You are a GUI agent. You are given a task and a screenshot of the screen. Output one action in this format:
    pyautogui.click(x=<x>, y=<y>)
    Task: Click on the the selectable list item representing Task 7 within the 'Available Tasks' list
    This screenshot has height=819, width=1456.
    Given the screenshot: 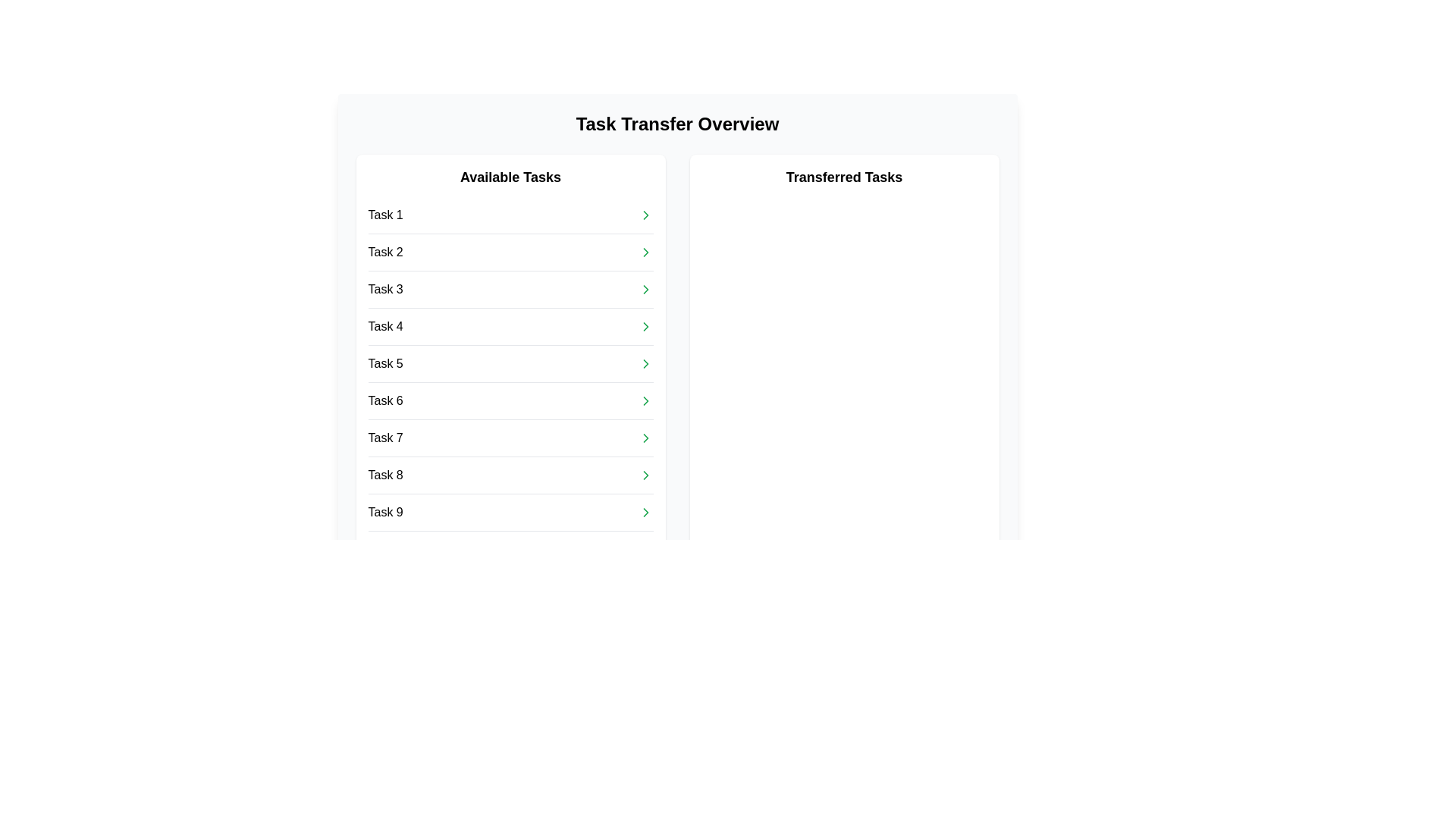 What is the action you would take?
    pyautogui.click(x=510, y=438)
    